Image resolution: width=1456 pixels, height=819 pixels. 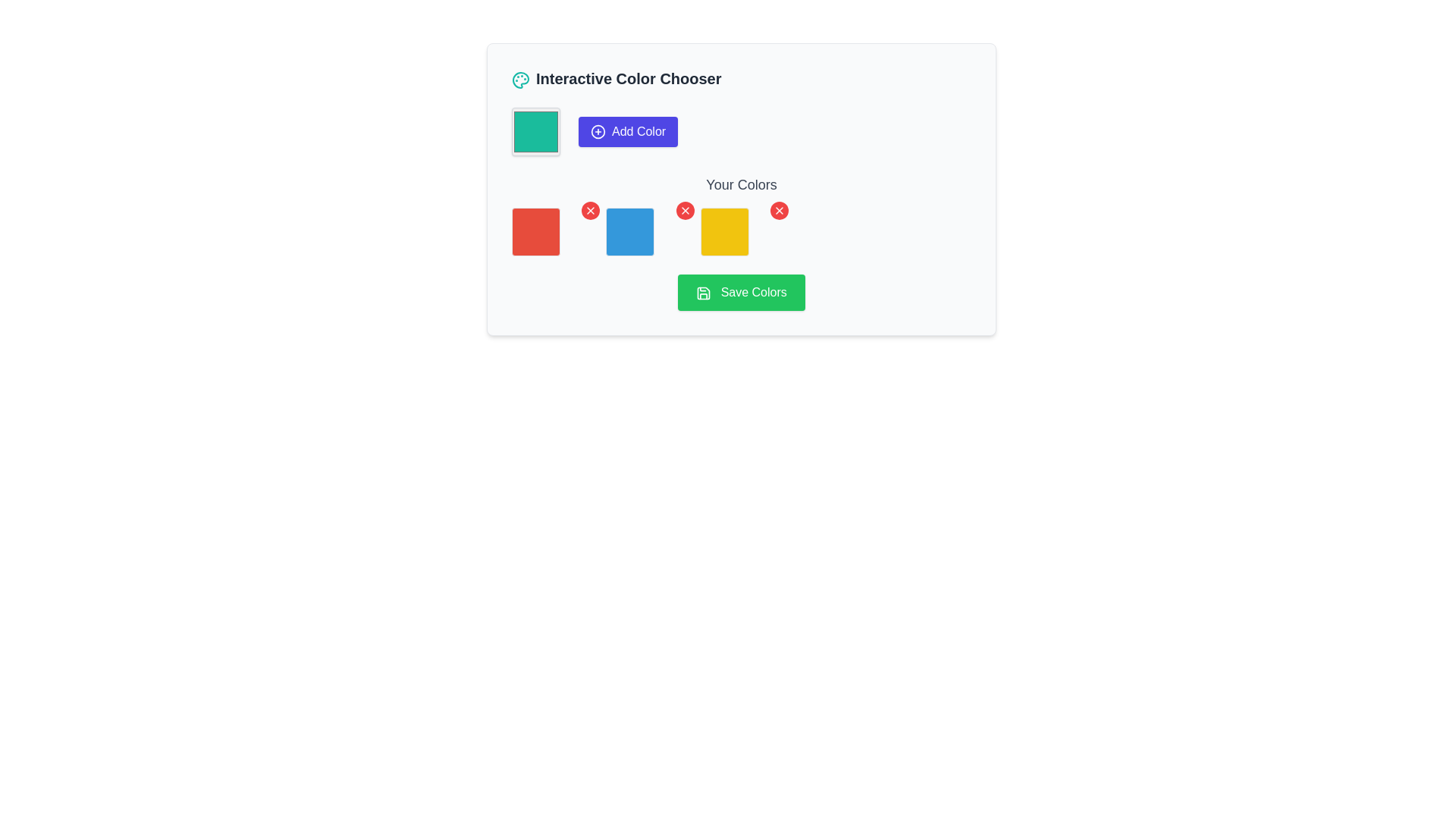 What do you see at coordinates (742, 292) in the screenshot?
I see `the green rectangular 'Save Colors' button with a white save icon, located at the bottom center of the 'Interactive Color Chooser' section` at bounding box center [742, 292].